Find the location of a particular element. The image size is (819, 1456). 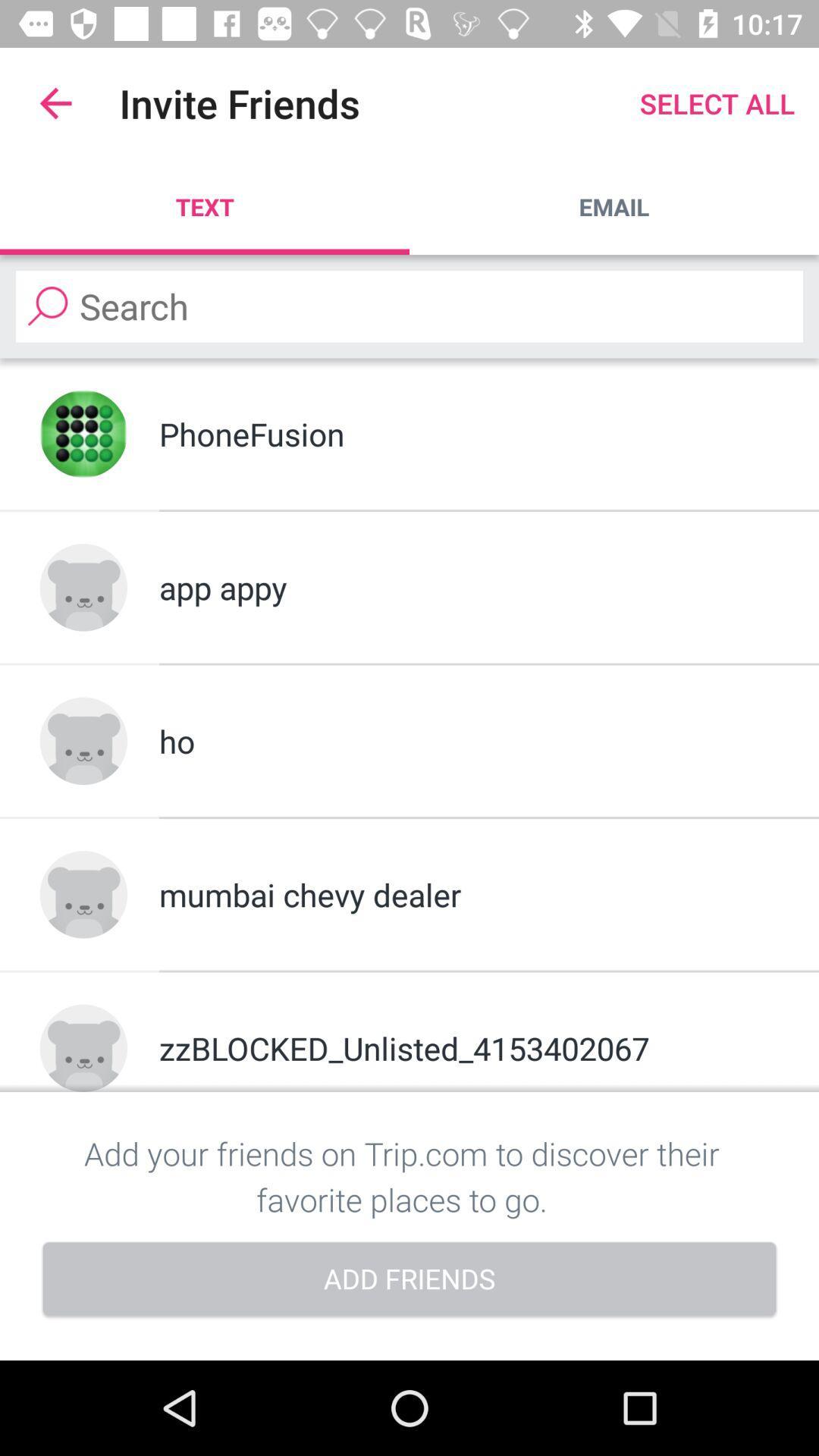

app to the left of the invite friends item is located at coordinates (55, 102).